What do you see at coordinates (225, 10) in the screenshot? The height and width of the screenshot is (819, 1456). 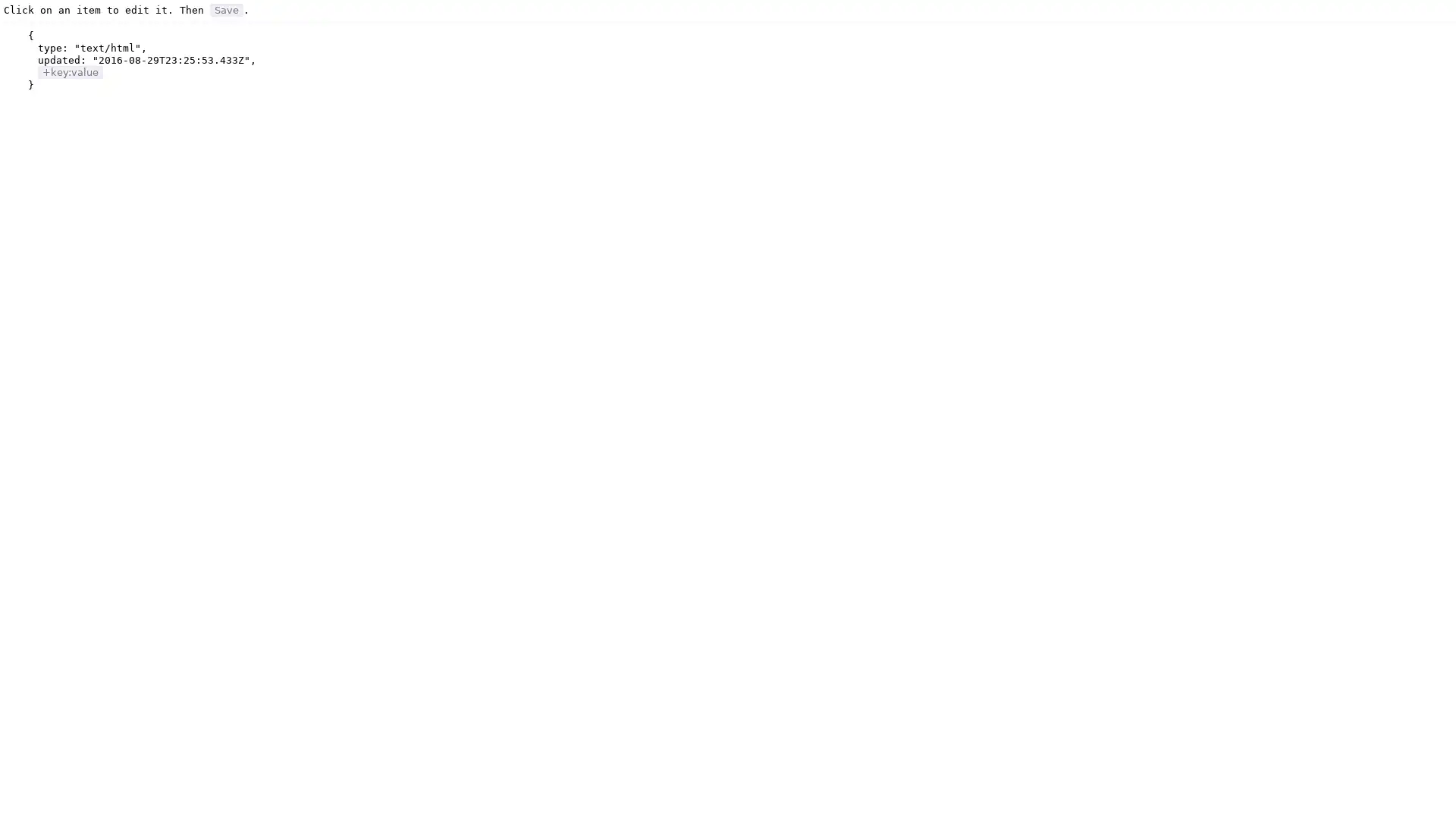 I see `Save` at bounding box center [225, 10].